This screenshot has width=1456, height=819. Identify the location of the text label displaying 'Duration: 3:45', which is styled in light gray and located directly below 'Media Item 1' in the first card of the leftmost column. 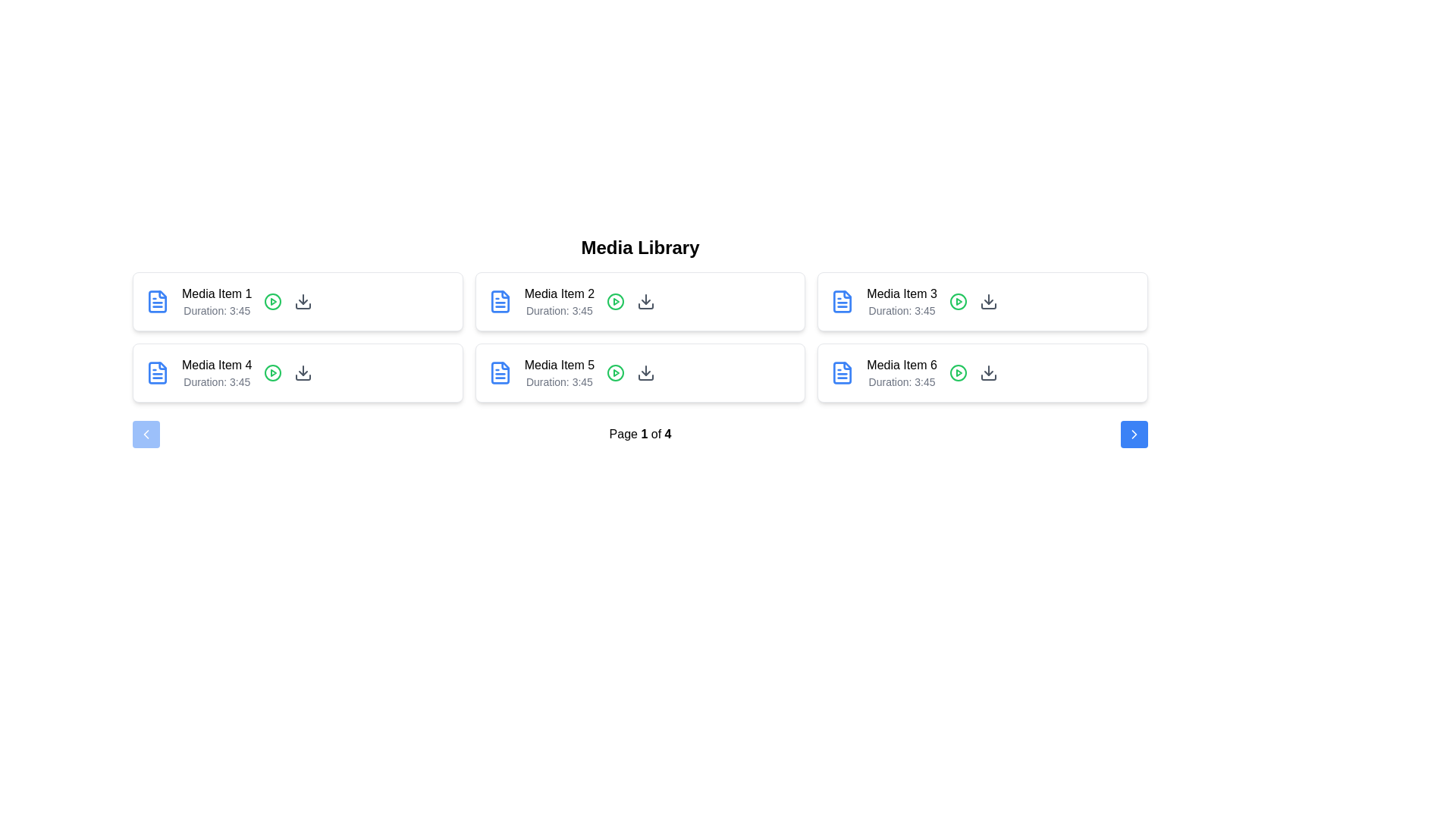
(216, 309).